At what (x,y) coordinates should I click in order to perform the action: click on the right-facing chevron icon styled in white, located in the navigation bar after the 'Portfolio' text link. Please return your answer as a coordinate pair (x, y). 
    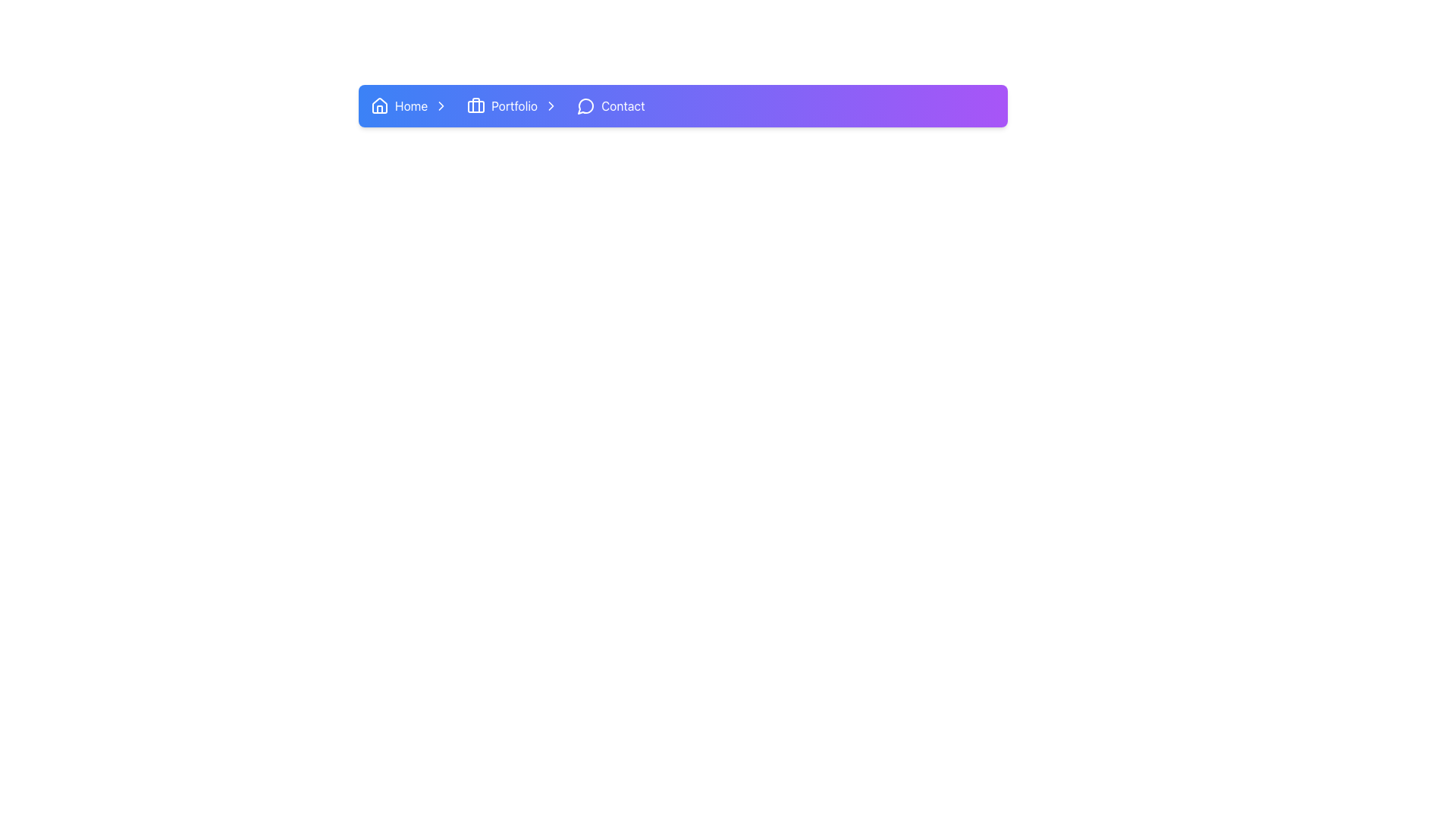
    Looking at the image, I should click on (551, 105).